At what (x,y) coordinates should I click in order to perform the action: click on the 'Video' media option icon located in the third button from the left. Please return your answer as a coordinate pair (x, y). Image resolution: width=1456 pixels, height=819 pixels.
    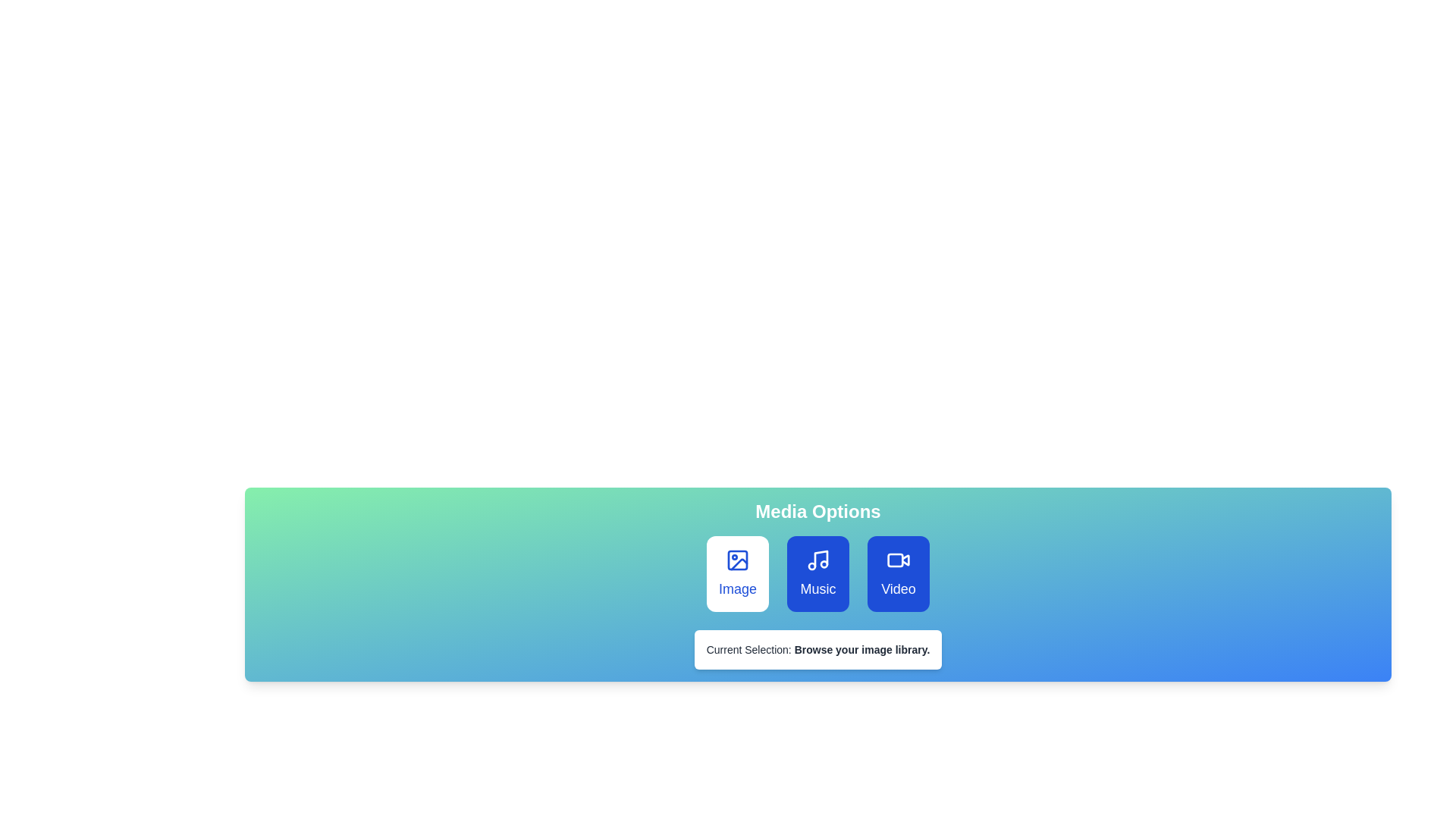
    Looking at the image, I should click on (899, 560).